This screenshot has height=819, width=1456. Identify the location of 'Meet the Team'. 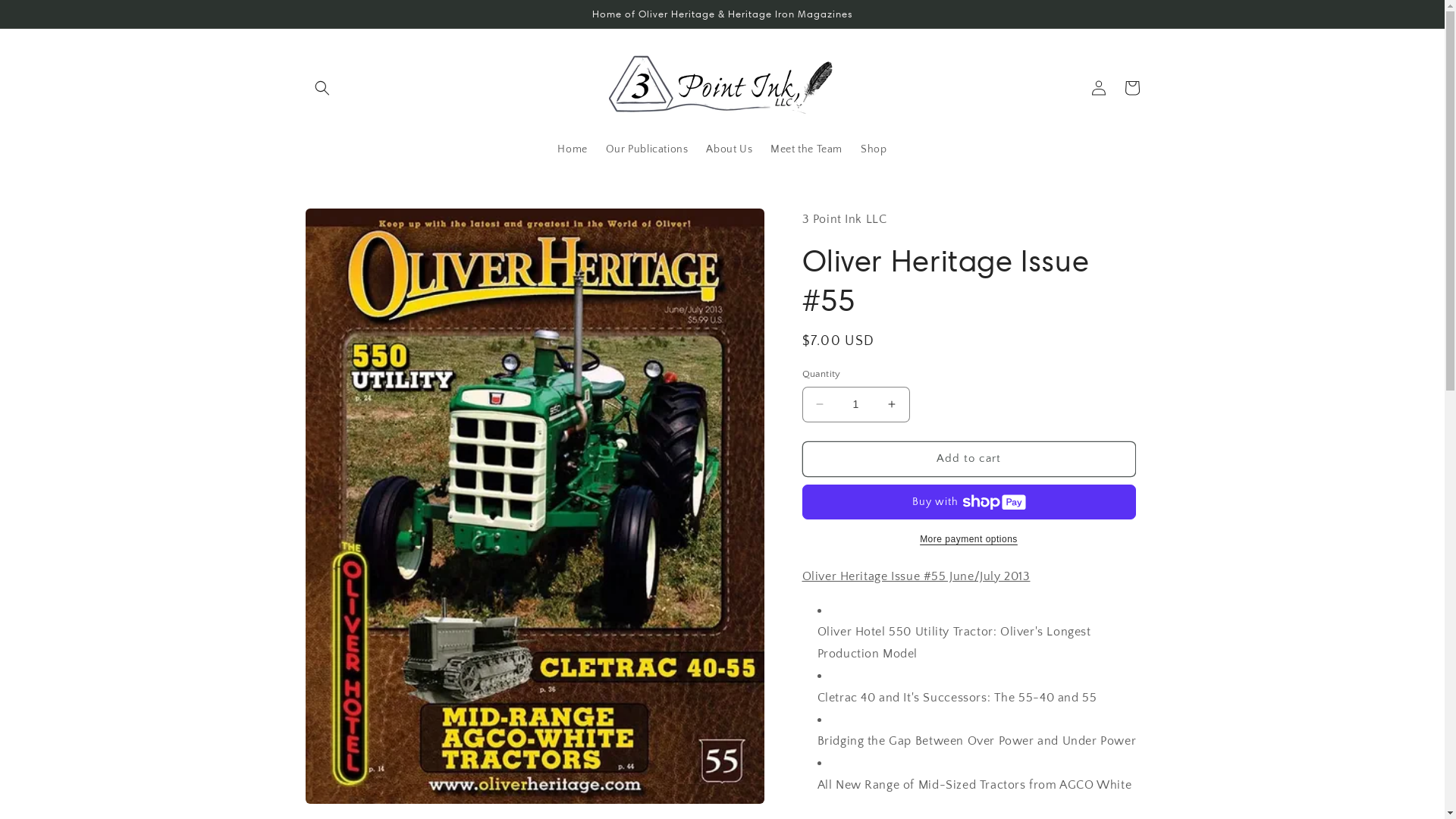
(805, 149).